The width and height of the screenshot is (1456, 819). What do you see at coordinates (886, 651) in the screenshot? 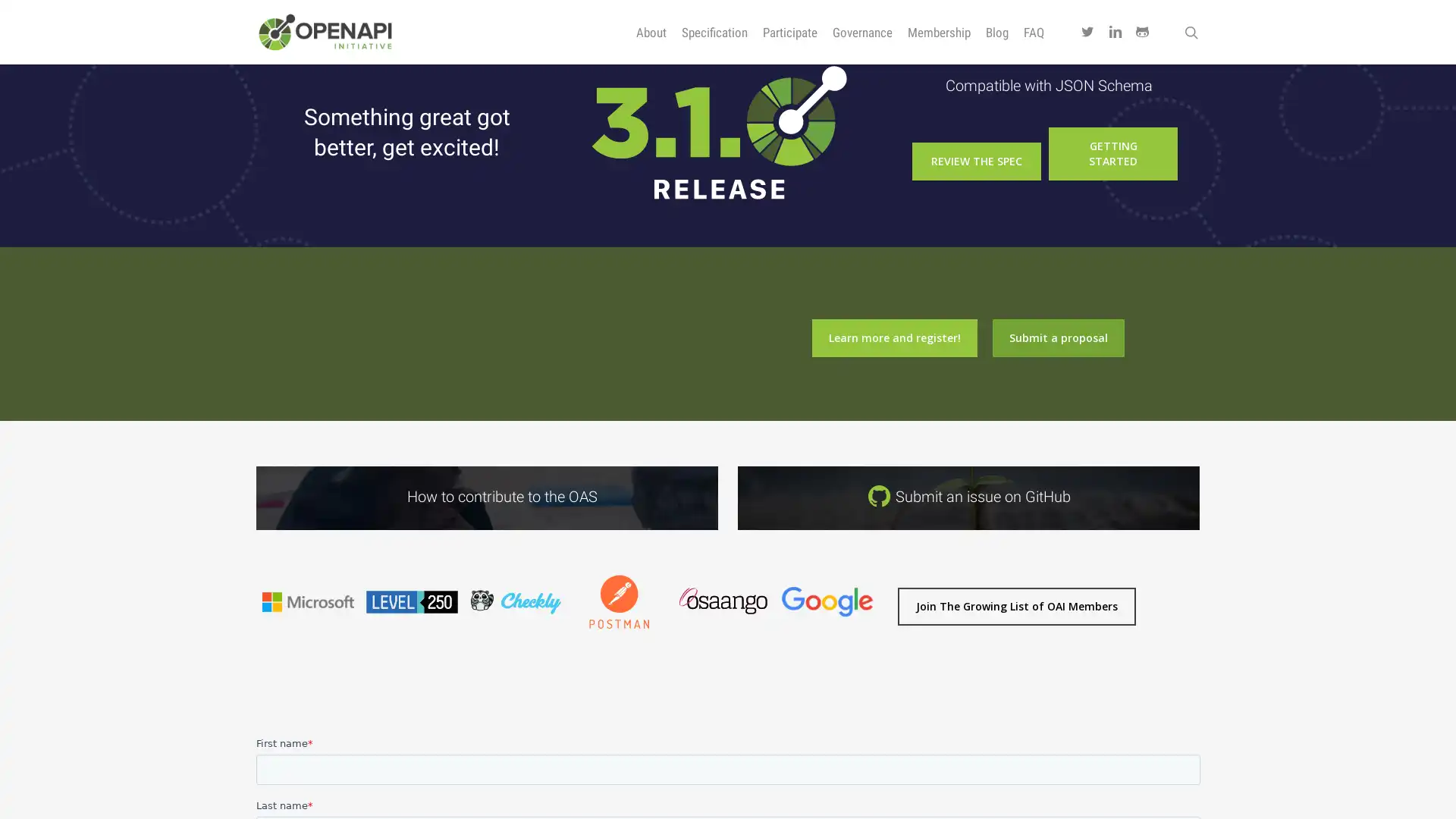
I see `Next` at bounding box center [886, 651].